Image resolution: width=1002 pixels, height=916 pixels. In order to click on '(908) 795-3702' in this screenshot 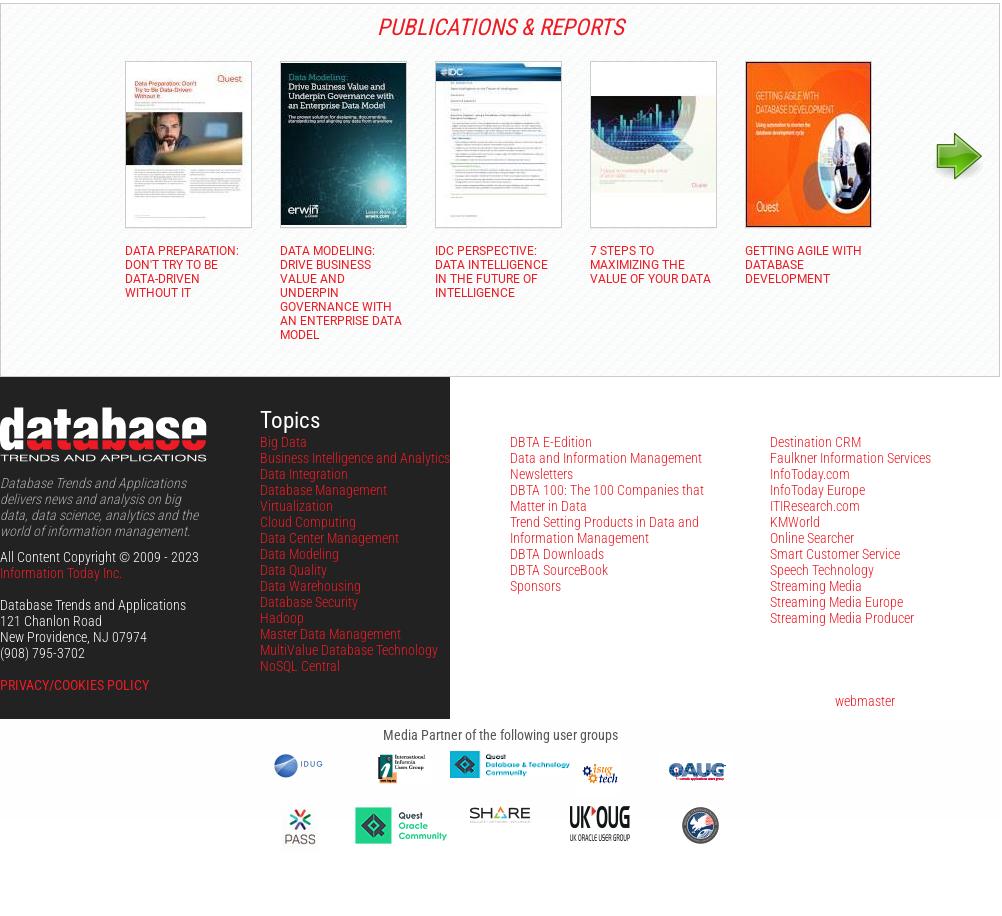, I will do `click(42, 652)`.